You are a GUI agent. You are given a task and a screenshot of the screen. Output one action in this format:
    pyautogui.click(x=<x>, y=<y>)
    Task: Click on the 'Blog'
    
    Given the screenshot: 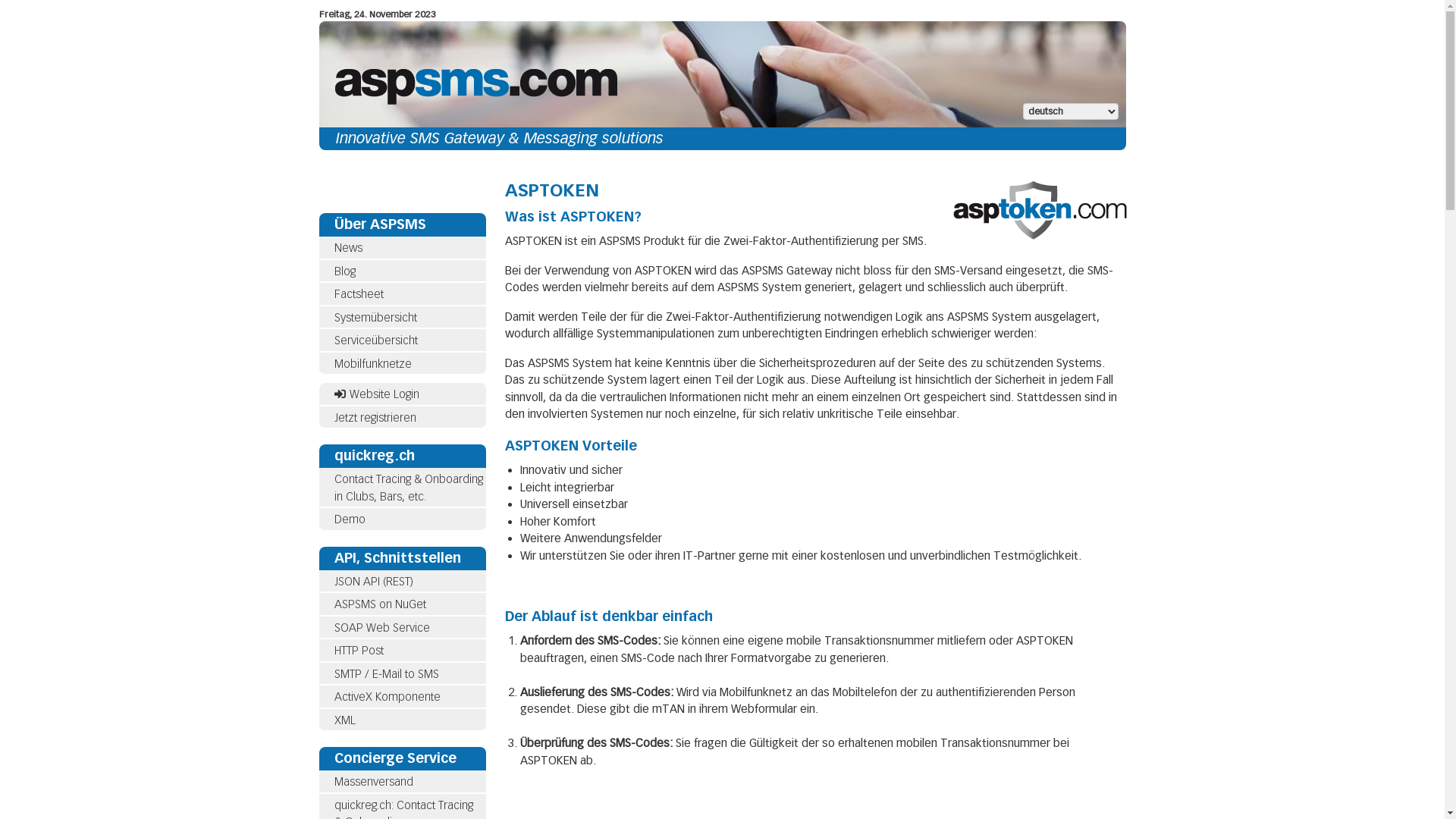 What is the action you would take?
    pyautogui.click(x=333, y=270)
    